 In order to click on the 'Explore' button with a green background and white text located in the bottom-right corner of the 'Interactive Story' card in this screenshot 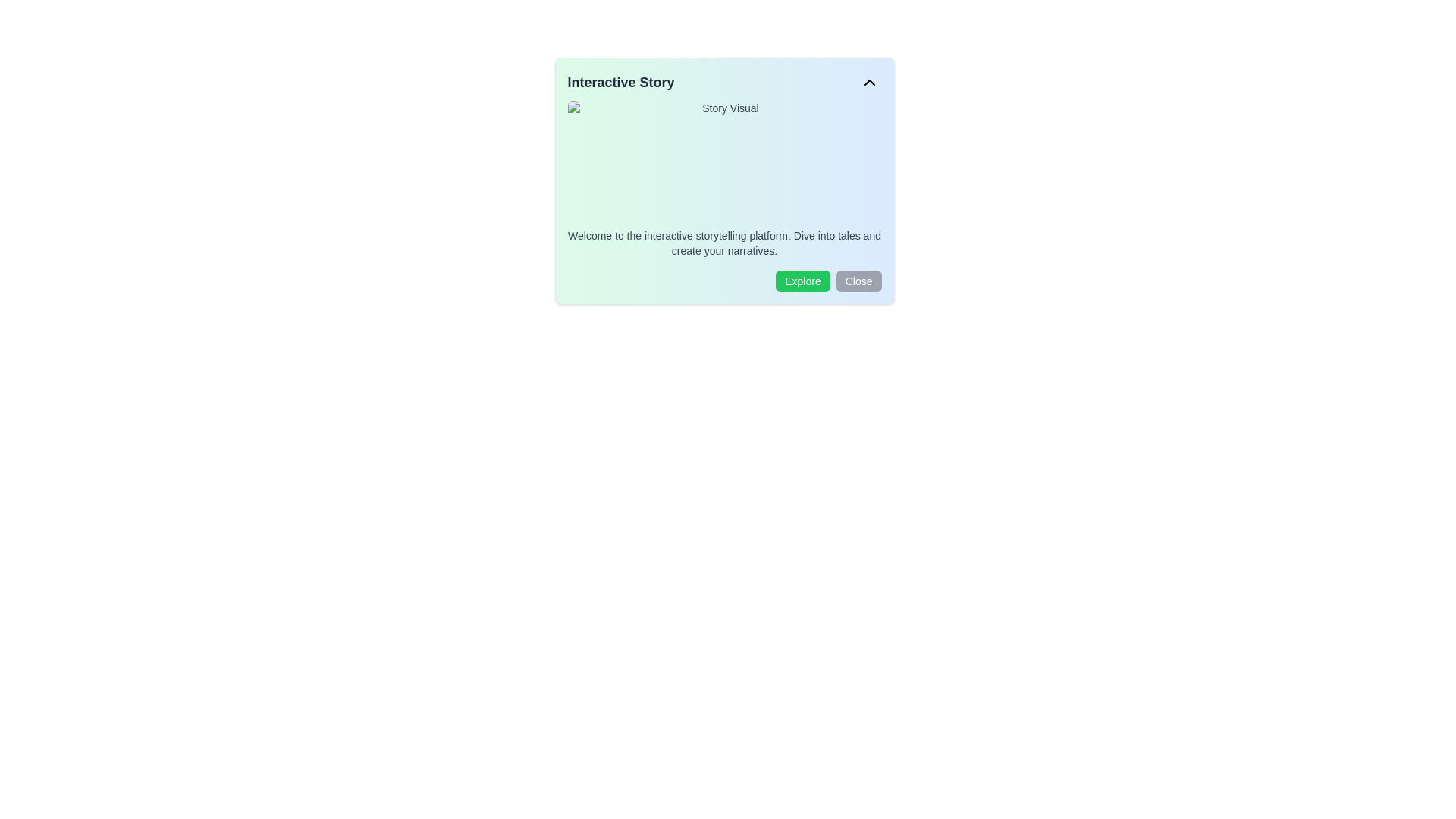, I will do `click(802, 281)`.